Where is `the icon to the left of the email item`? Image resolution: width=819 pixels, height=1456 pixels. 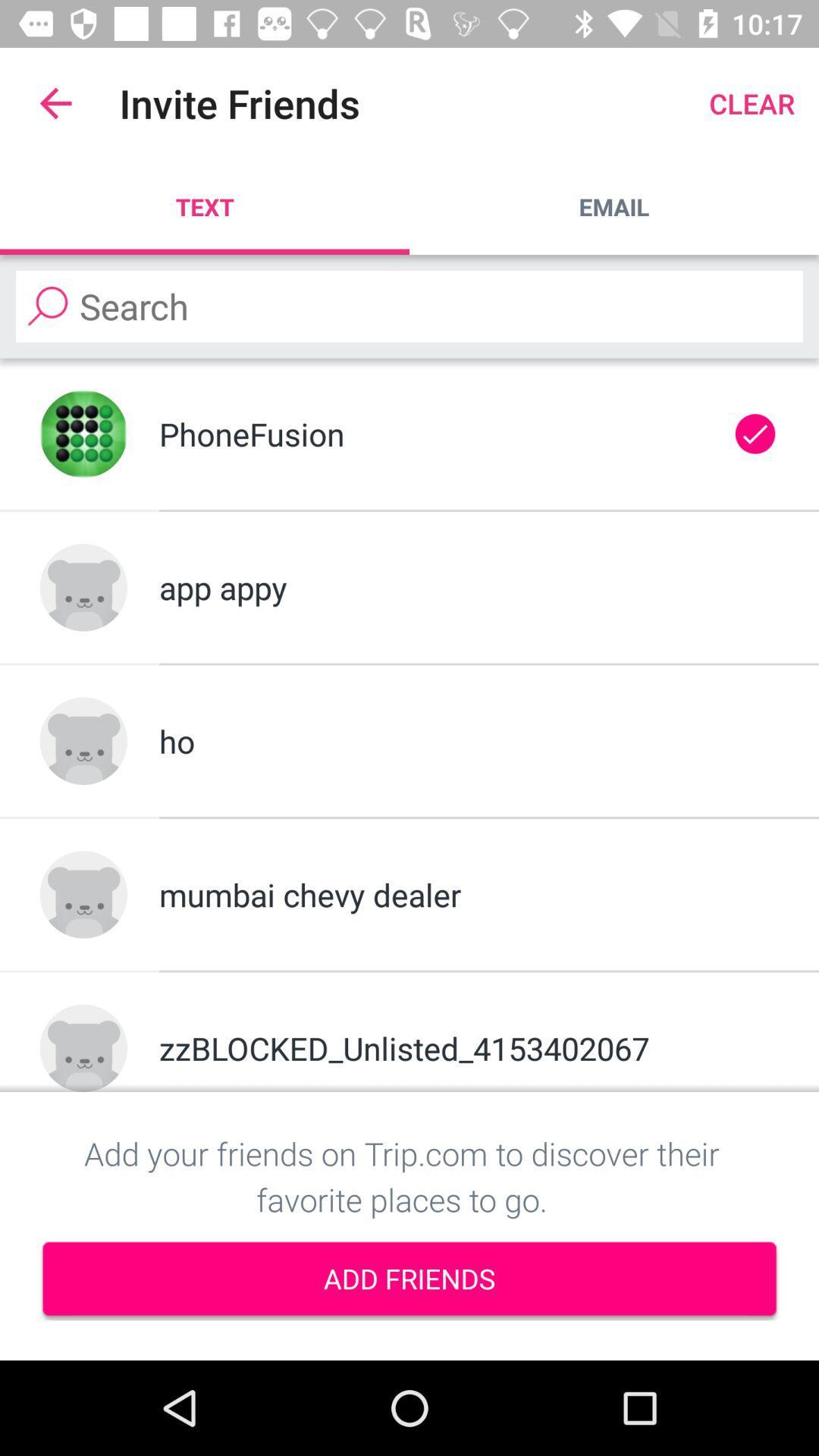 the icon to the left of the email item is located at coordinates (205, 206).